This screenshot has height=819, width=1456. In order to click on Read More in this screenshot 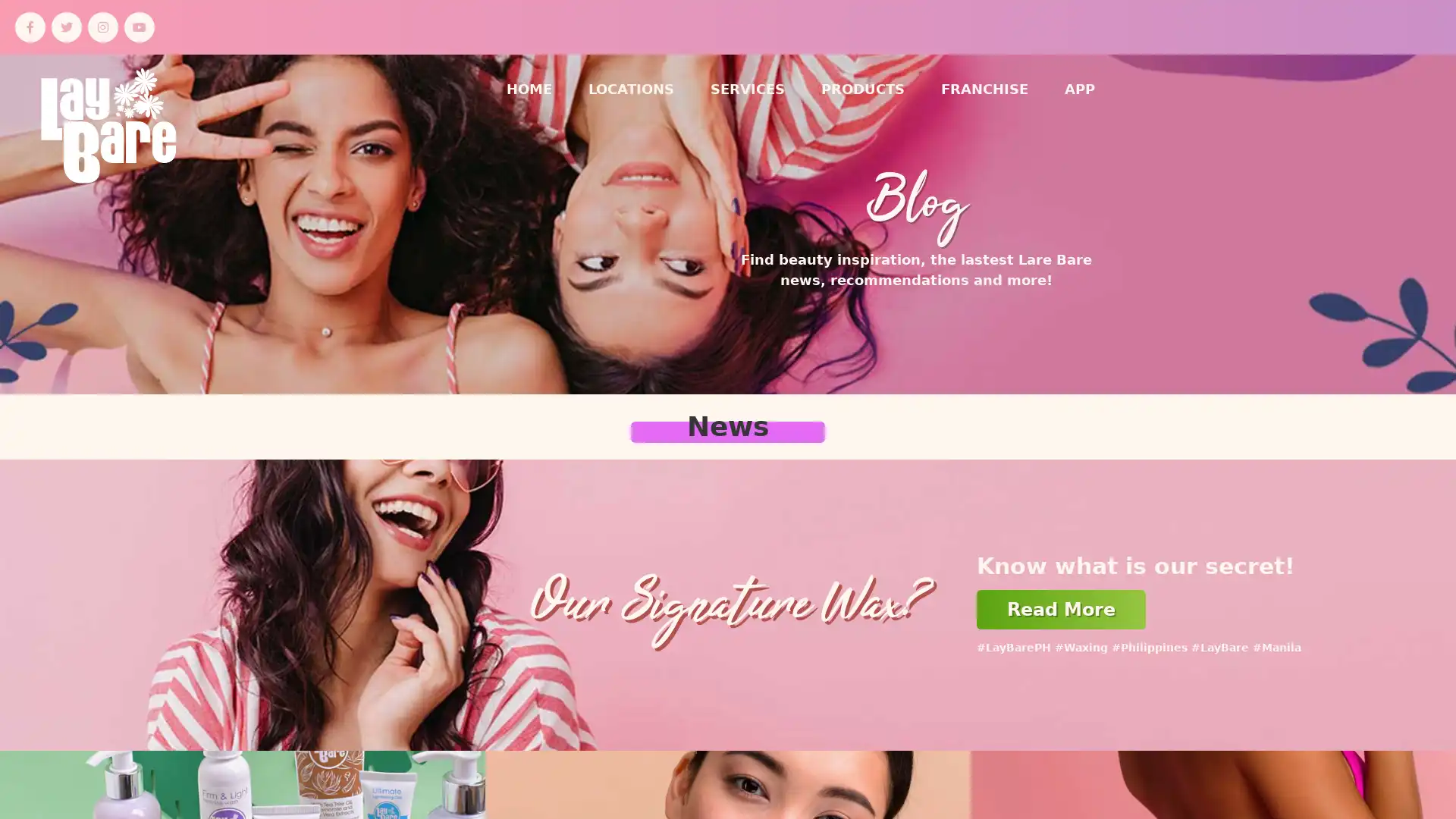, I will do `click(1060, 608)`.